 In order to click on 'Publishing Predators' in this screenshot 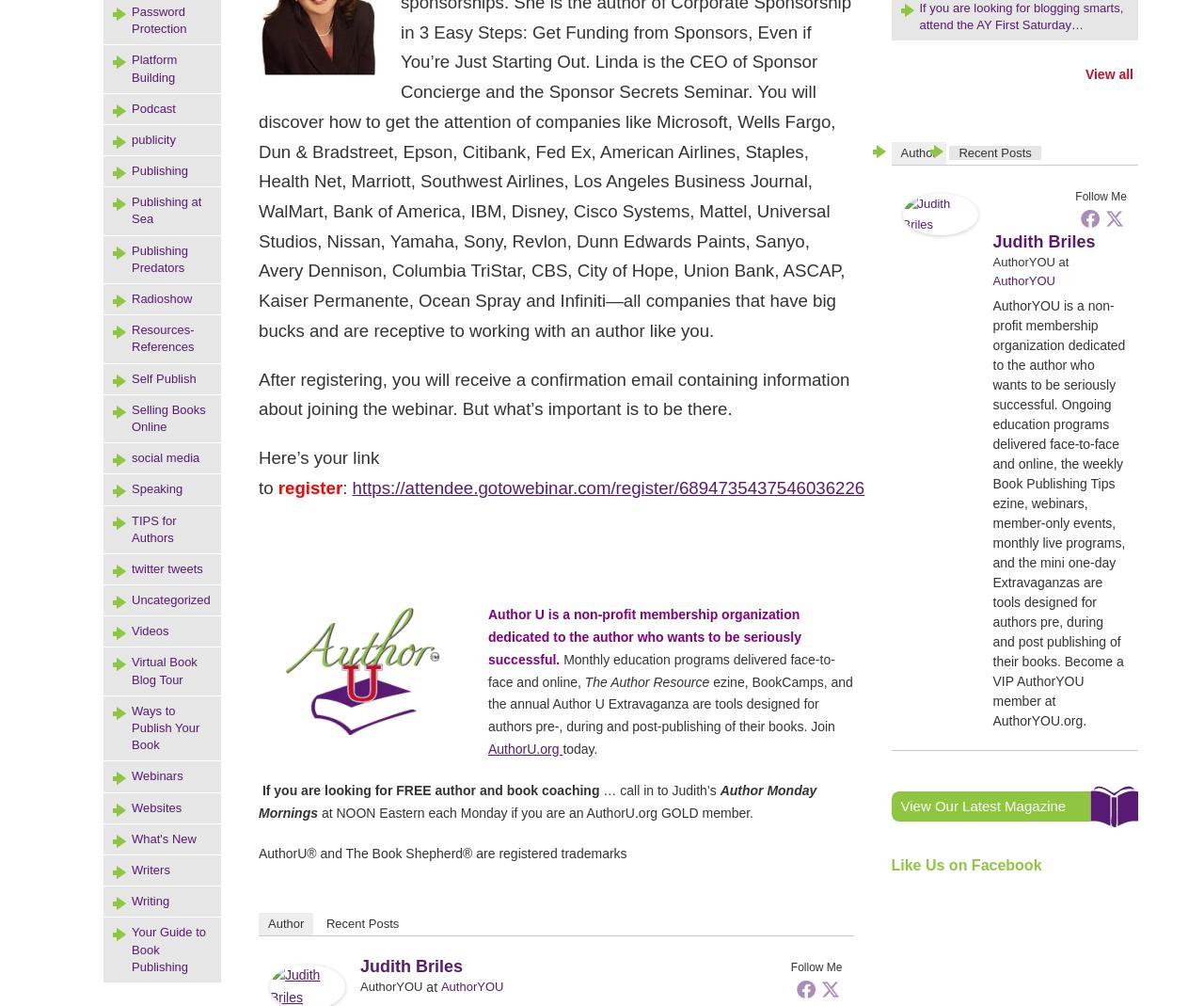, I will do `click(131, 257)`.